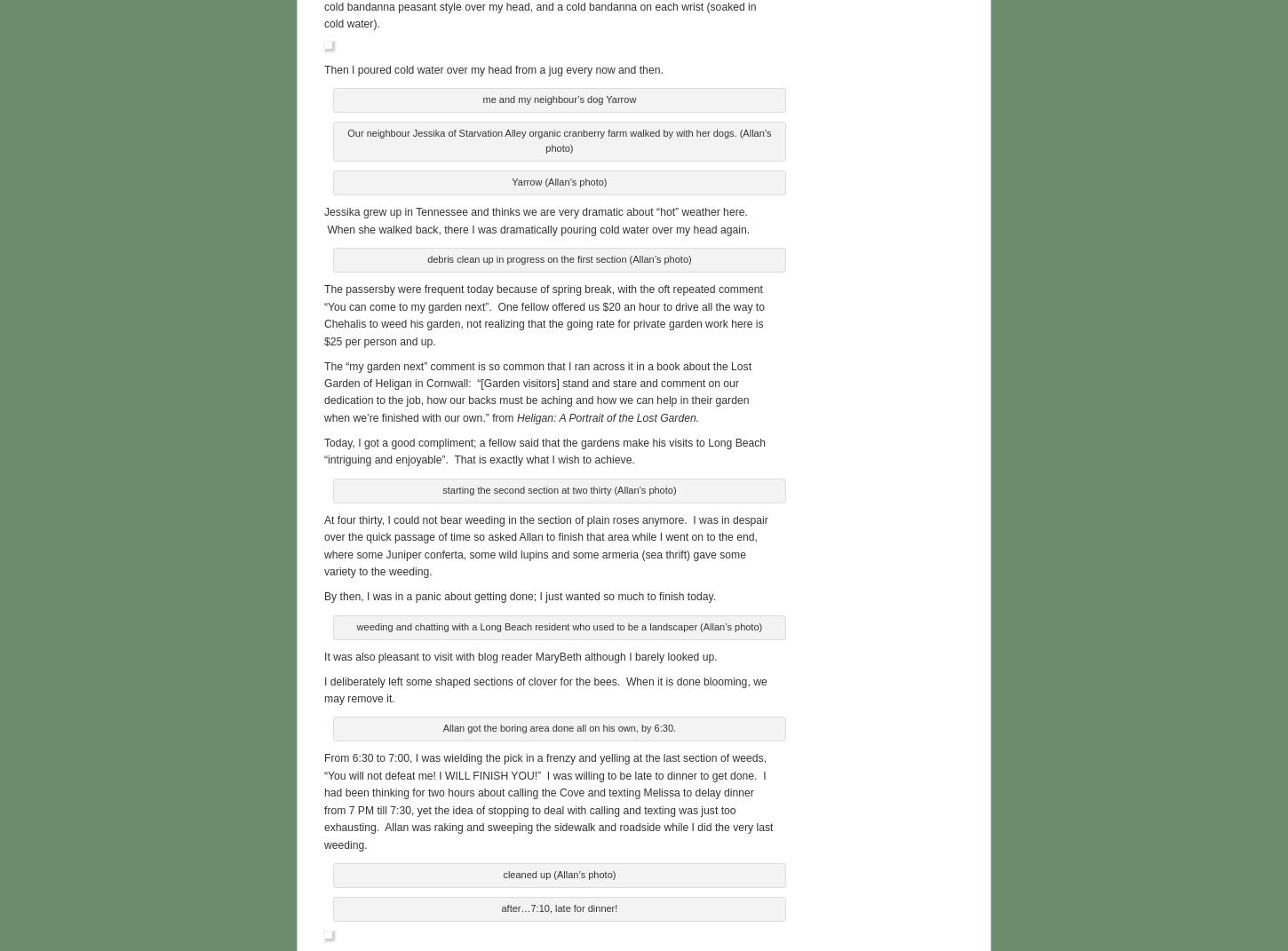  I want to click on 'Yarrow (Allan’s photo)', so click(558, 178).